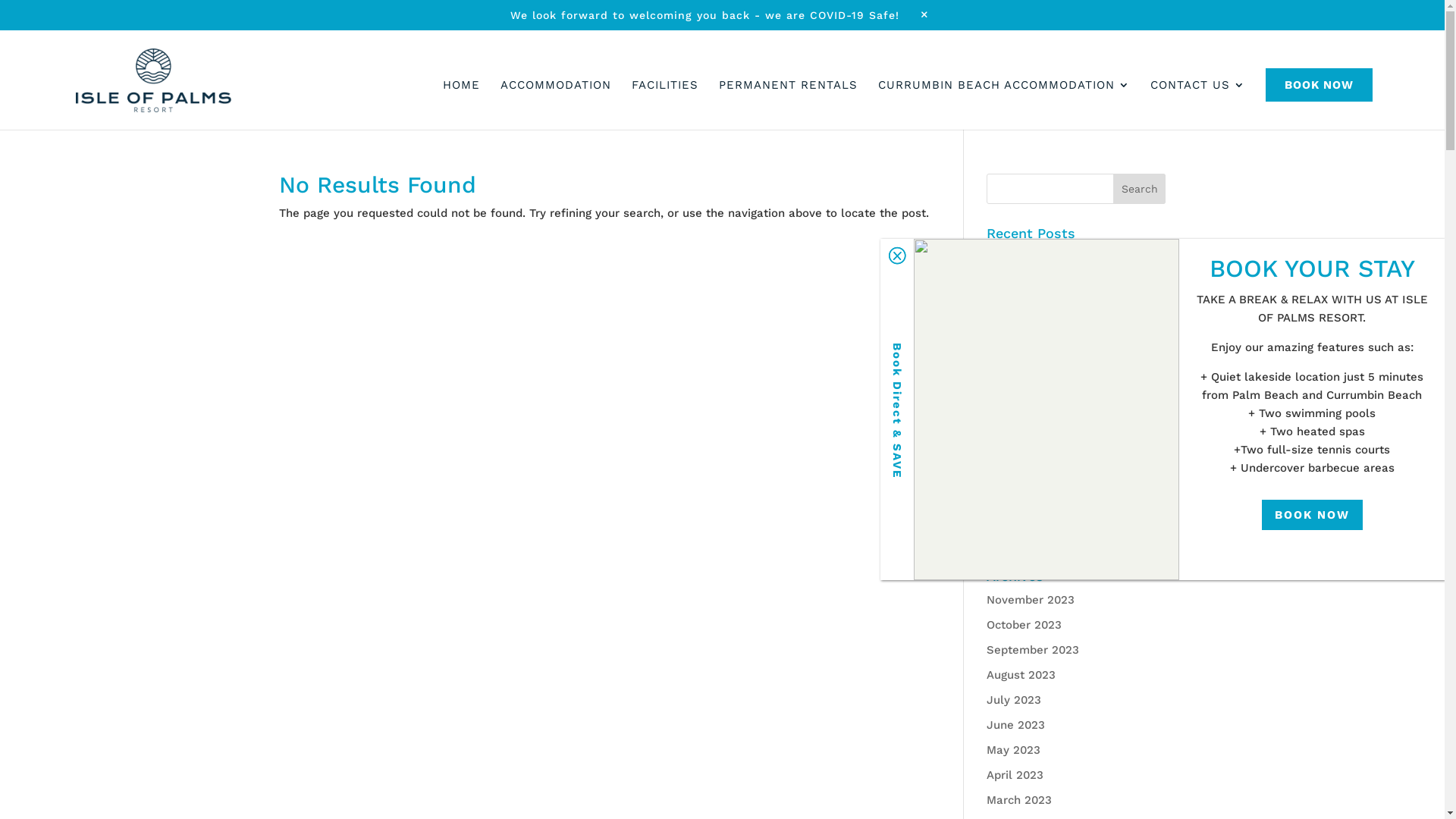 The width and height of the screenshot is (1456, 819). Describe the element at coordinates (986, 265) in the screenshot. I see `'Celebrate Christmas in Style at a Lakeside Resort'` at that location.